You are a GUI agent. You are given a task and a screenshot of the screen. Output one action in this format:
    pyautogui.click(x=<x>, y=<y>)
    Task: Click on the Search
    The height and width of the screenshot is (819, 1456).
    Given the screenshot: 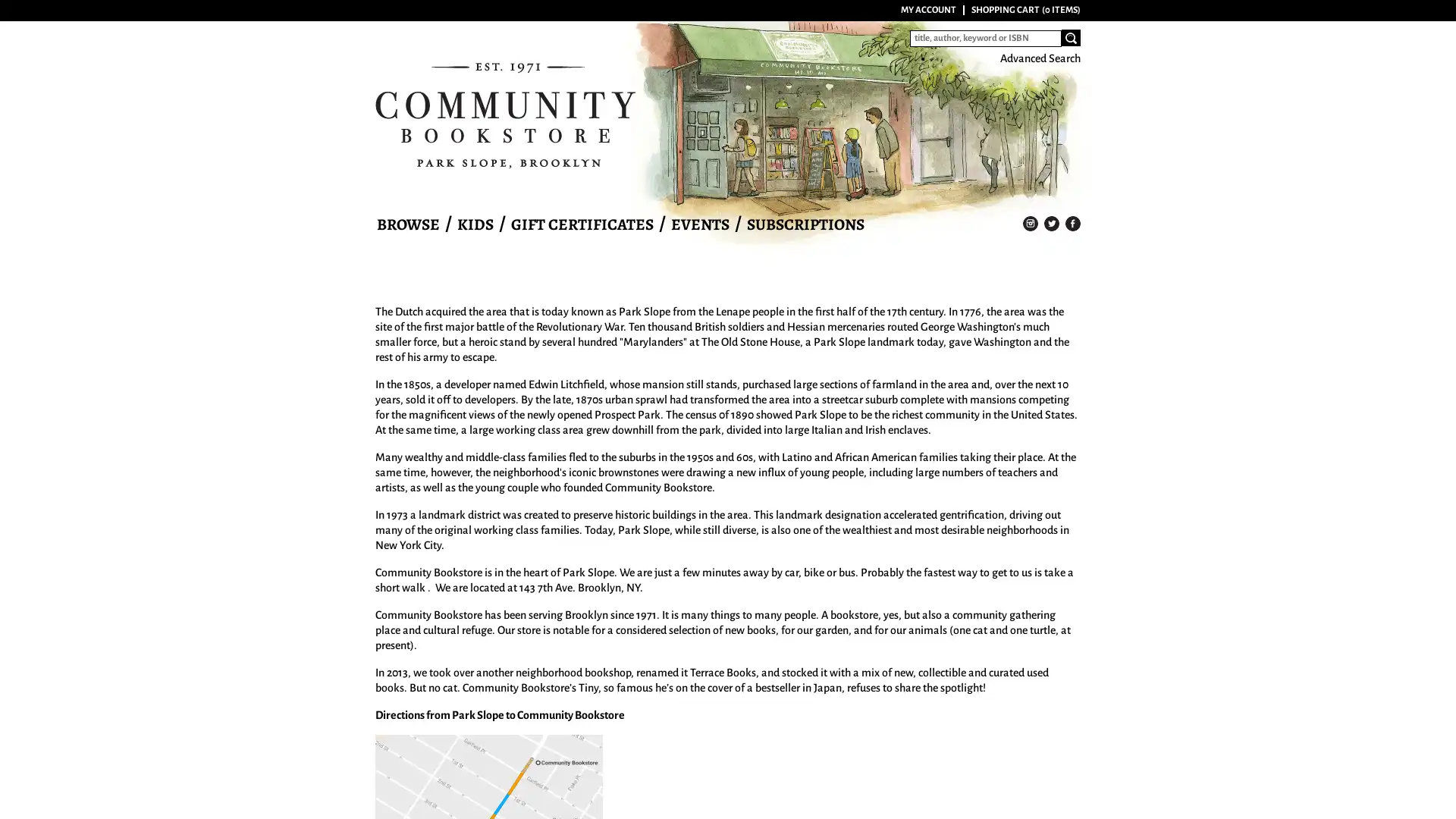 What is the action you would take?
    pyautogui.click(x=1070, y=37)
    